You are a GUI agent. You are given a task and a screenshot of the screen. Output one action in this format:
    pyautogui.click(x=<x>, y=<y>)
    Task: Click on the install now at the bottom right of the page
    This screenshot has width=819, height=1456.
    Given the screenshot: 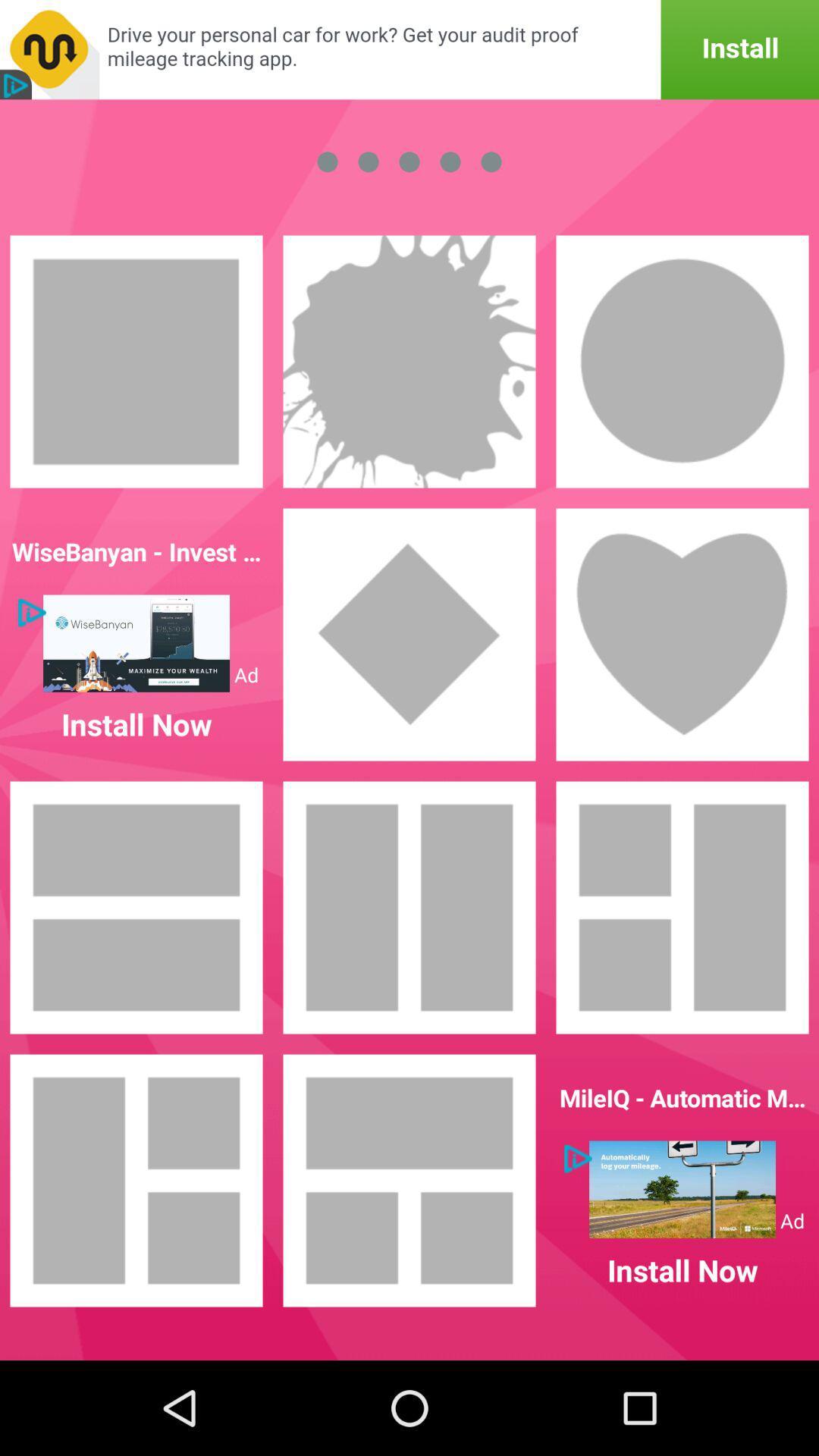 What is the action you would take?
    pyautogui.click(x=682, y=1180)
    